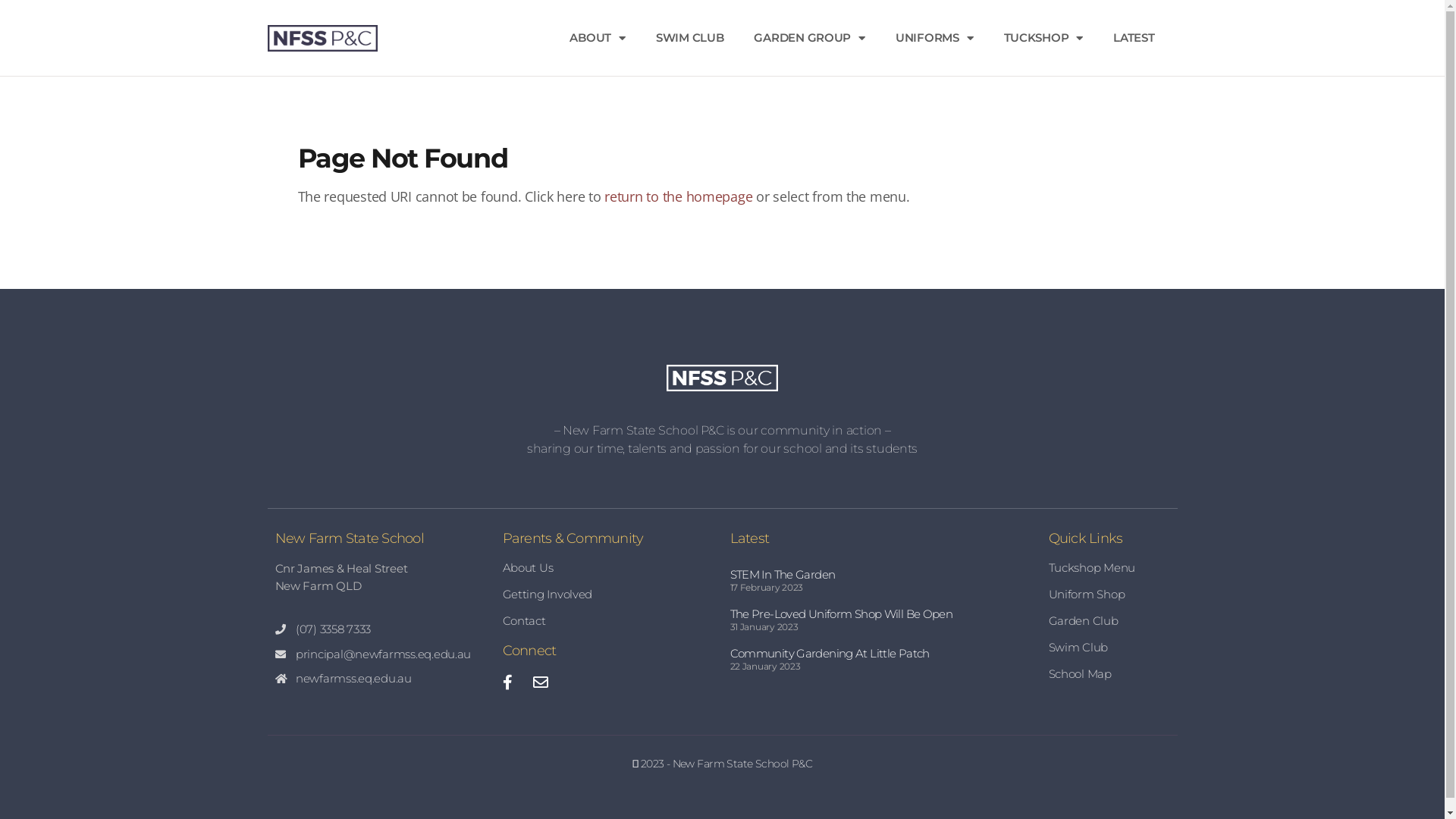 The width and height of the screenshot is (1456, 819). What do you see at coordinates (1043, 37) in the screenshot?
I see `'TUCKSHOP'` at bounding box center [1043, 37].